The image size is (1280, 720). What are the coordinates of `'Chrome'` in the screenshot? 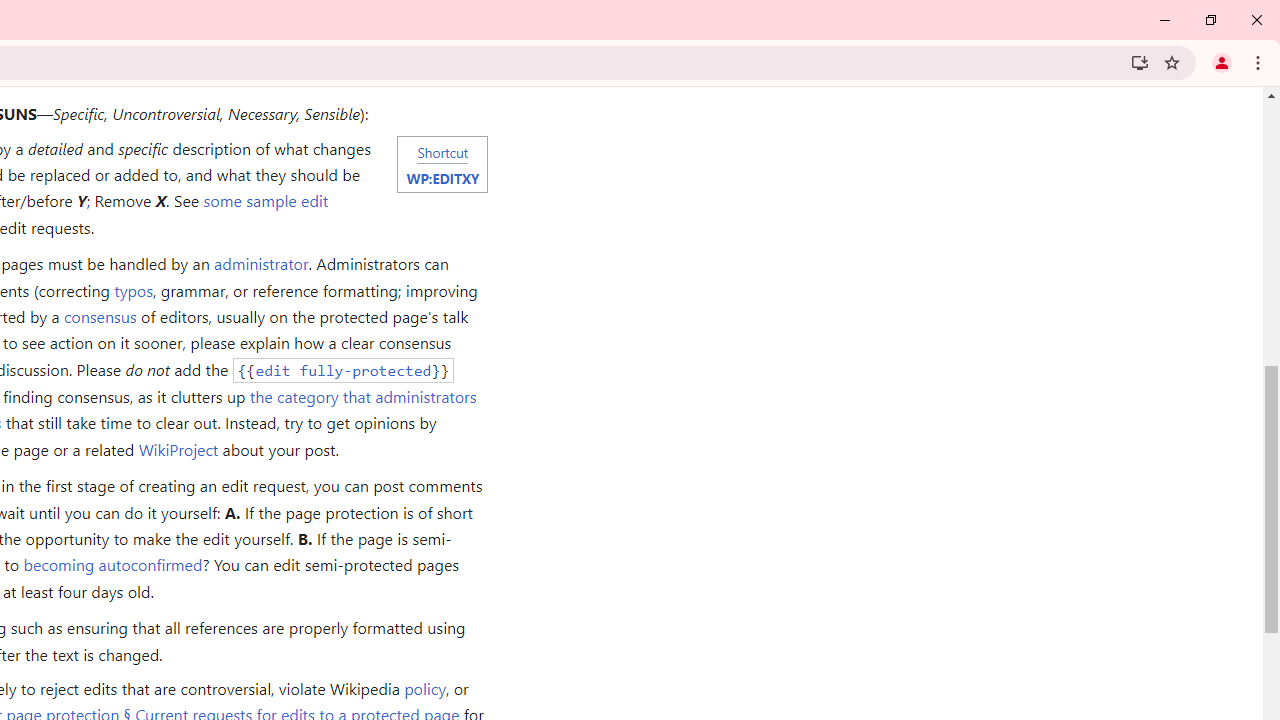 It's located at (1259, 61).